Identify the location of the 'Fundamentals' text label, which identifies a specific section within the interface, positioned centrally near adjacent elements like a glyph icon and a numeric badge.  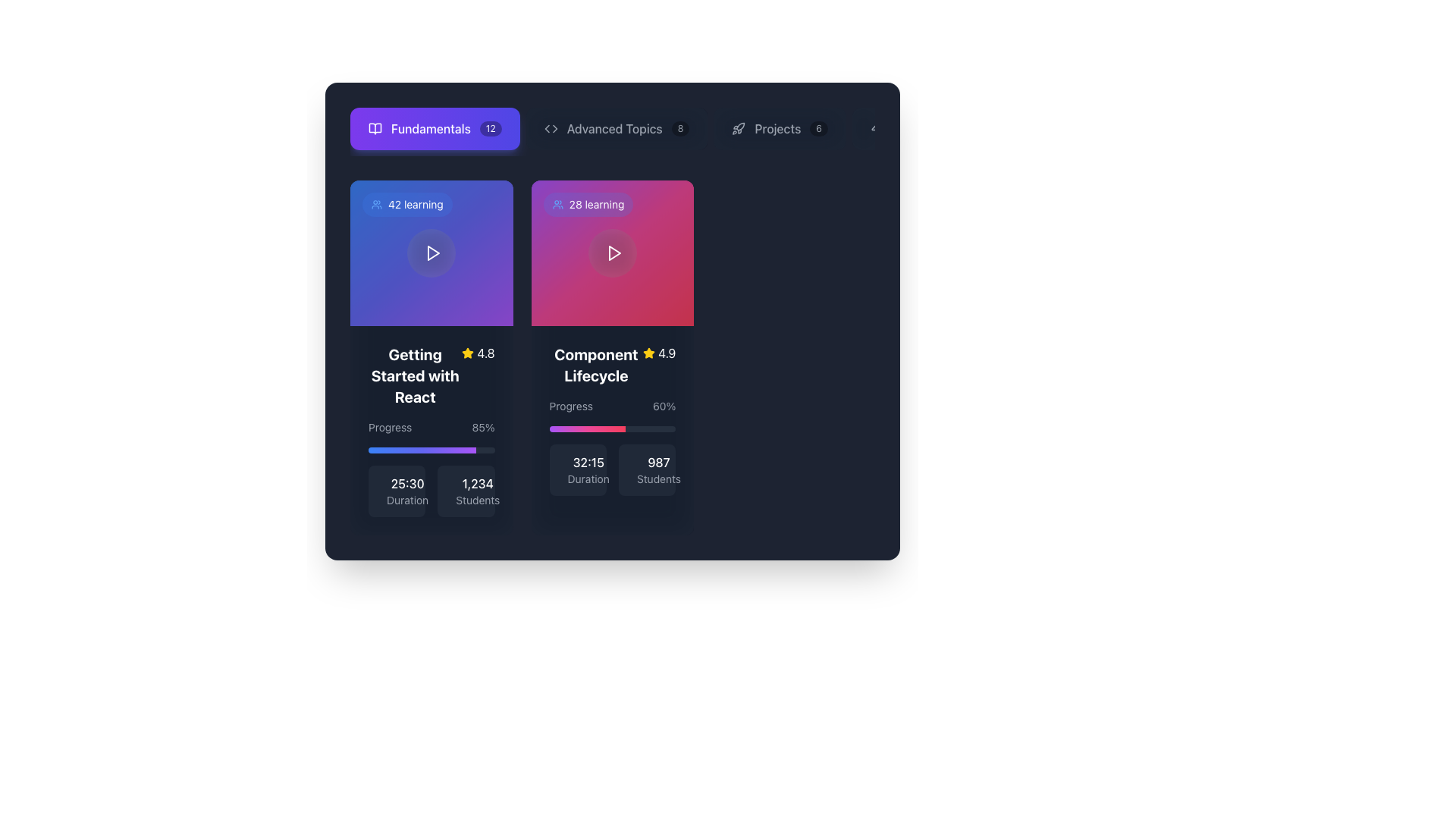
(430, 127).